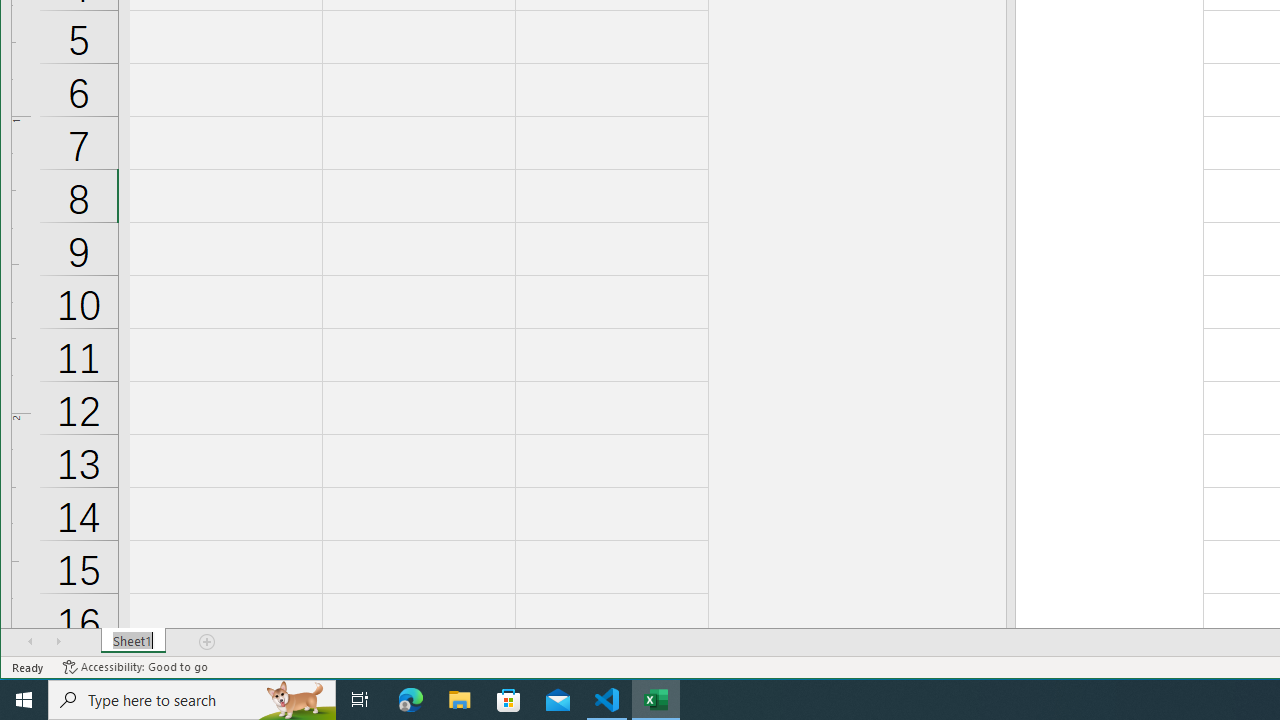 Image resolution: width=1280 pixels, height=720 pixels. I want to click on 'File Explorer', so click(459, 698).